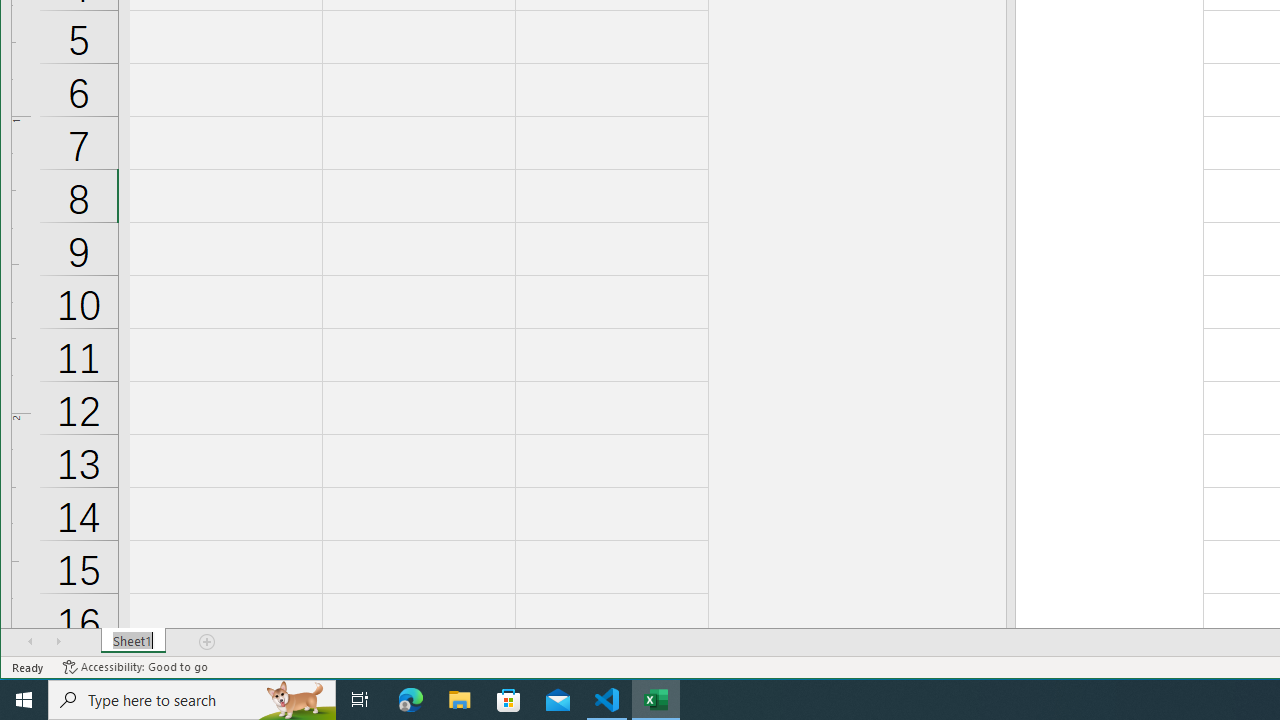 Image resolution: width=1280 pixels, height=720 pixels. I want to click on 'File Explorer', so click(459, 698).